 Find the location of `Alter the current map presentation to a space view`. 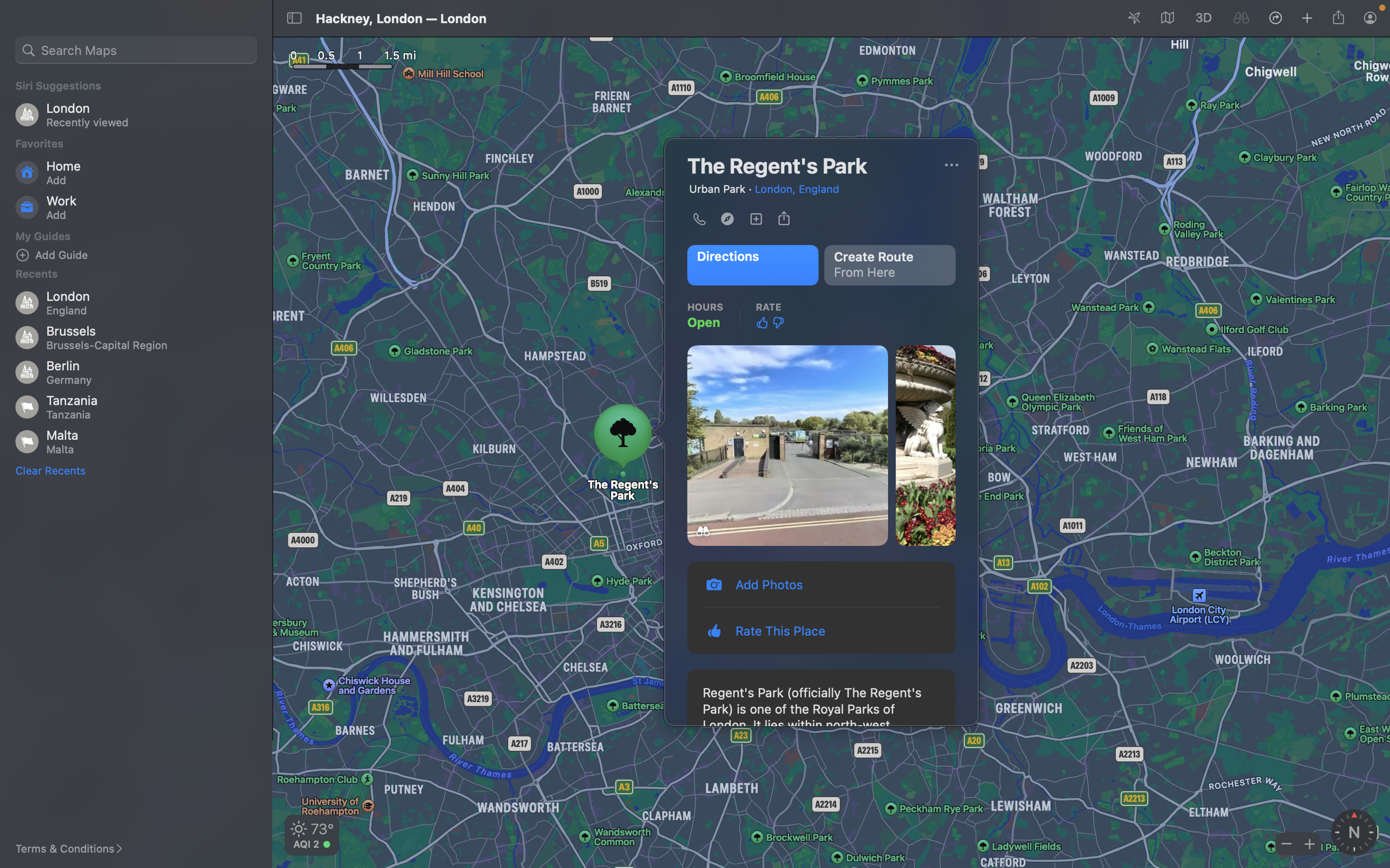

Alter the current map presentation to a space view is located at coordinates (951, 165).